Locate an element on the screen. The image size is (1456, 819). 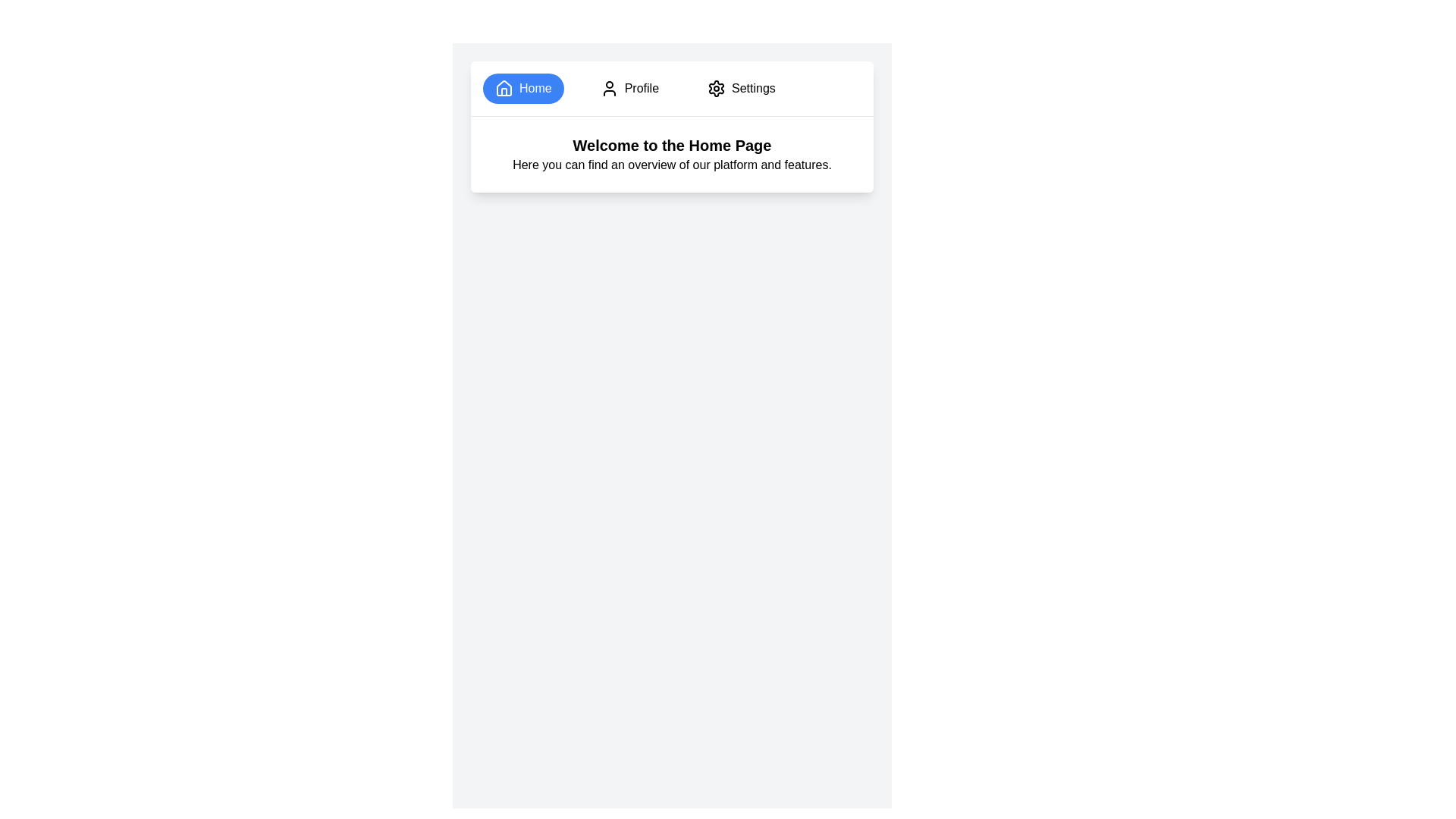
text header displaying 'Welcome to the Home Page', which is prominently positioned below the navigation bar at the top of the page is located at coordinates (671, 146).